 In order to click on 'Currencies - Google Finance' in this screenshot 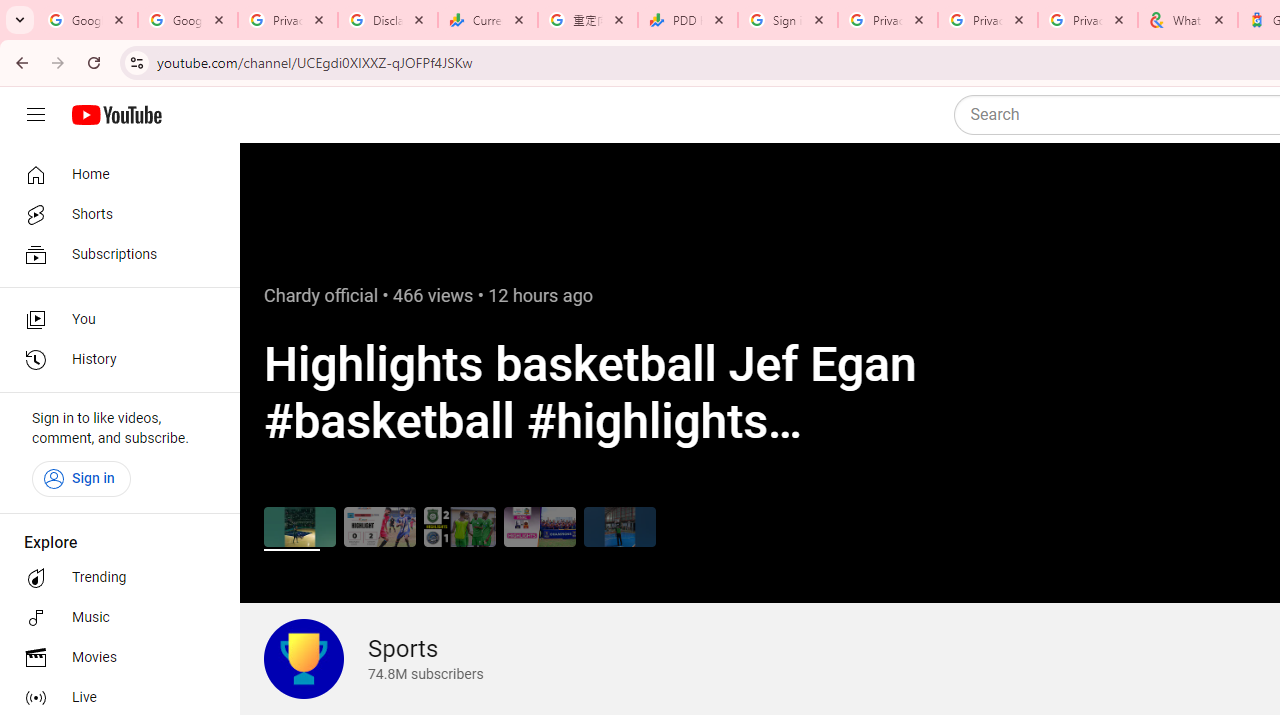, I will do `click(487, 20)`.